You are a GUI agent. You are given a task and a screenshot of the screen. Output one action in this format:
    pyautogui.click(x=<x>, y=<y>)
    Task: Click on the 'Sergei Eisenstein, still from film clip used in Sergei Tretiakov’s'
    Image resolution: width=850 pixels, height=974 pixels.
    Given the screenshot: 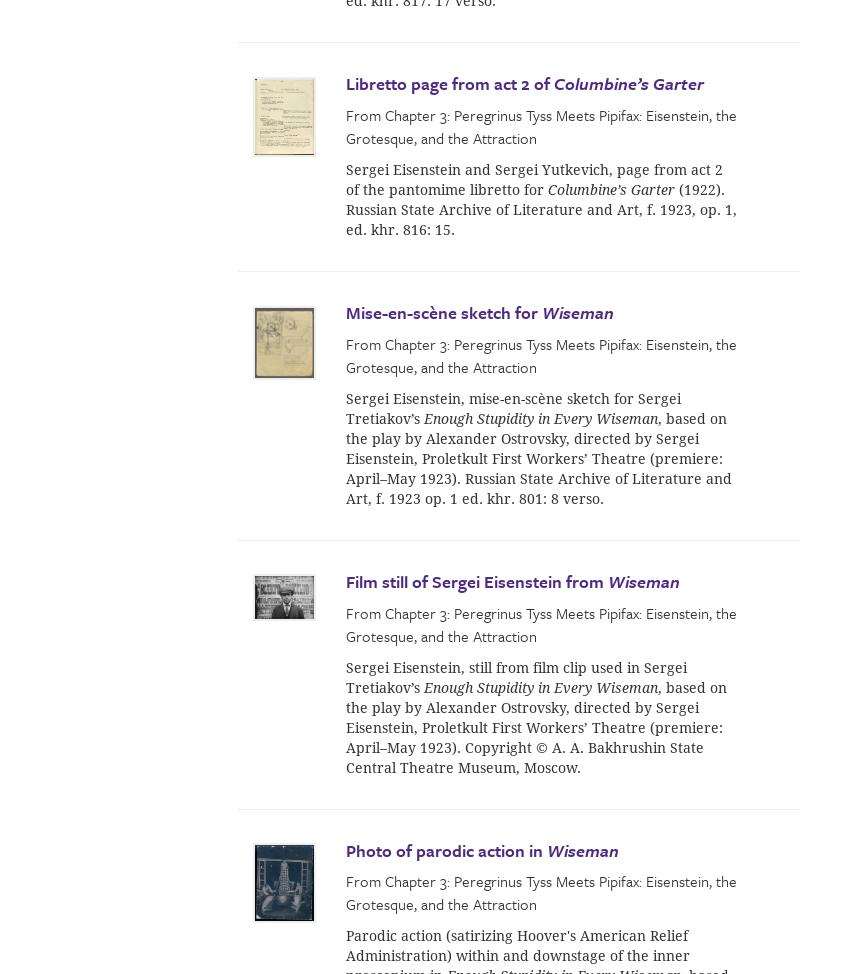 What is the action you would take?
    pyautogui.click(x=515, y=677)
    